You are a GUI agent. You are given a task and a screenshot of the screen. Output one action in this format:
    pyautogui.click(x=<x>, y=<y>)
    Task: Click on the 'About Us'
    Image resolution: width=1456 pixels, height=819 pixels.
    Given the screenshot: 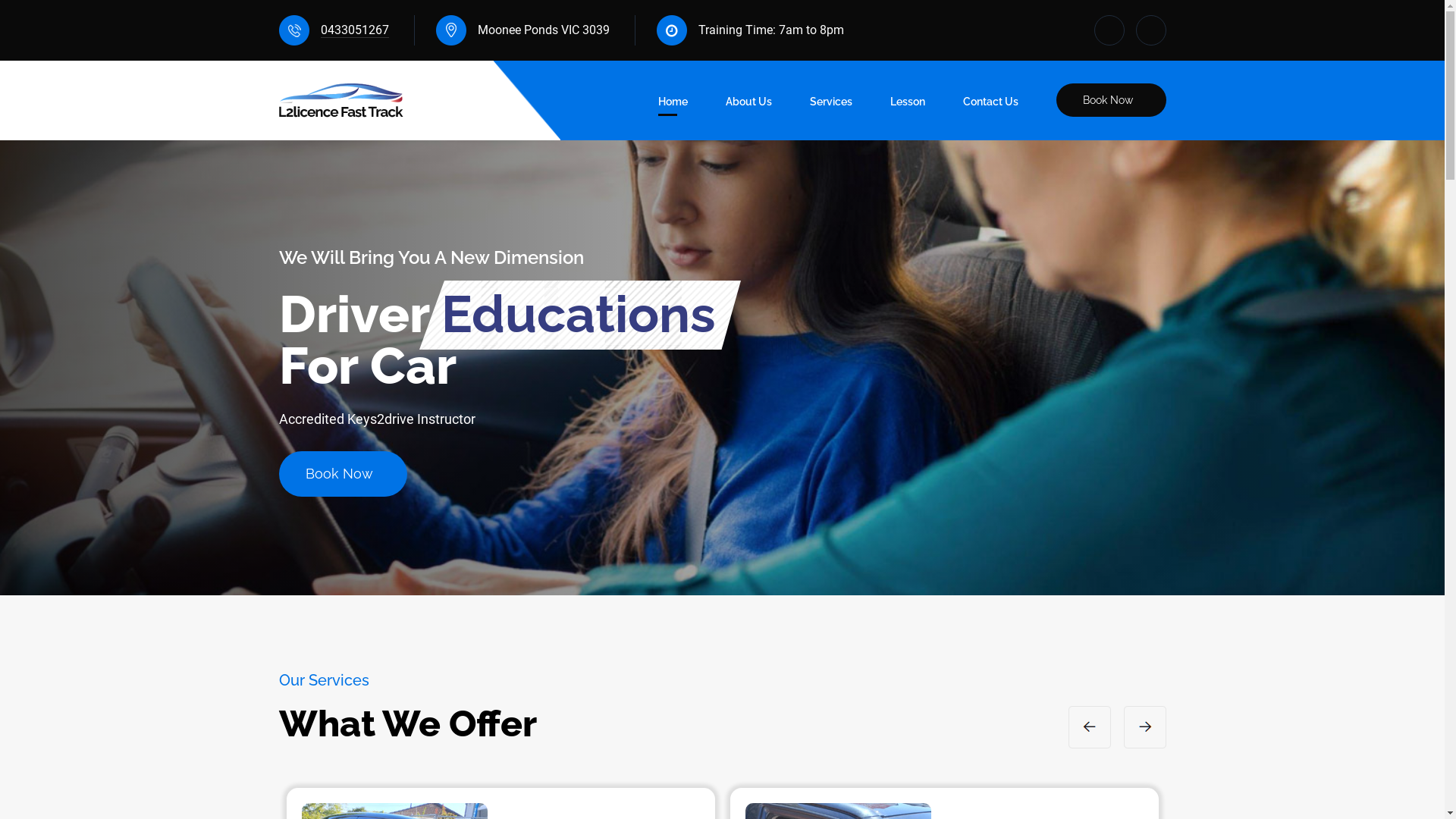 What is the action you would take?
    pyautogui.click(x=748, y=104)
    